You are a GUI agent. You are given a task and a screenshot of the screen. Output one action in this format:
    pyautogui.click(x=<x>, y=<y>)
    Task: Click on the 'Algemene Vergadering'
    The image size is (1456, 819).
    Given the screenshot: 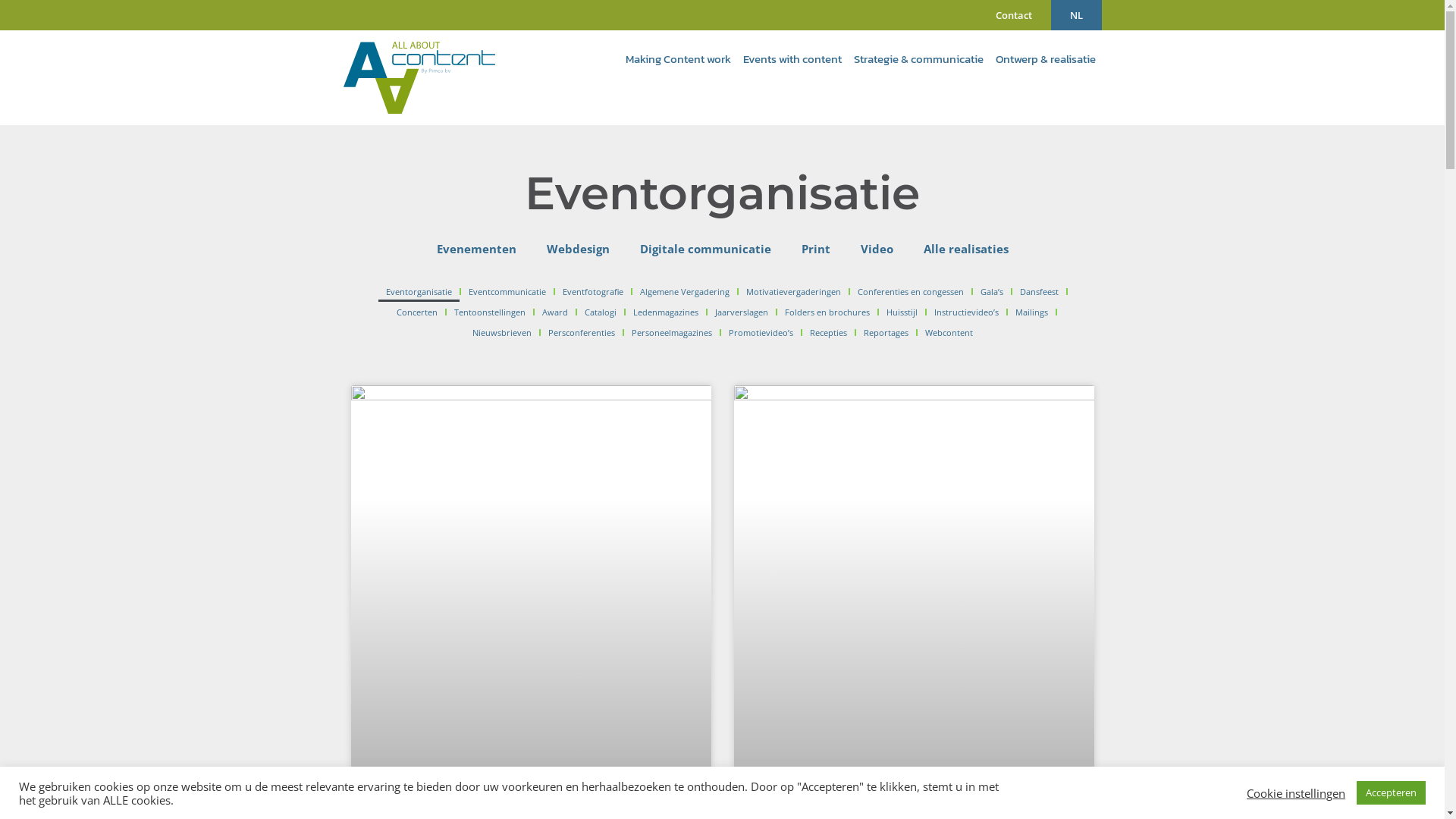 What is the action you would take?
    pyautogui.click(x=632, y=291)
    